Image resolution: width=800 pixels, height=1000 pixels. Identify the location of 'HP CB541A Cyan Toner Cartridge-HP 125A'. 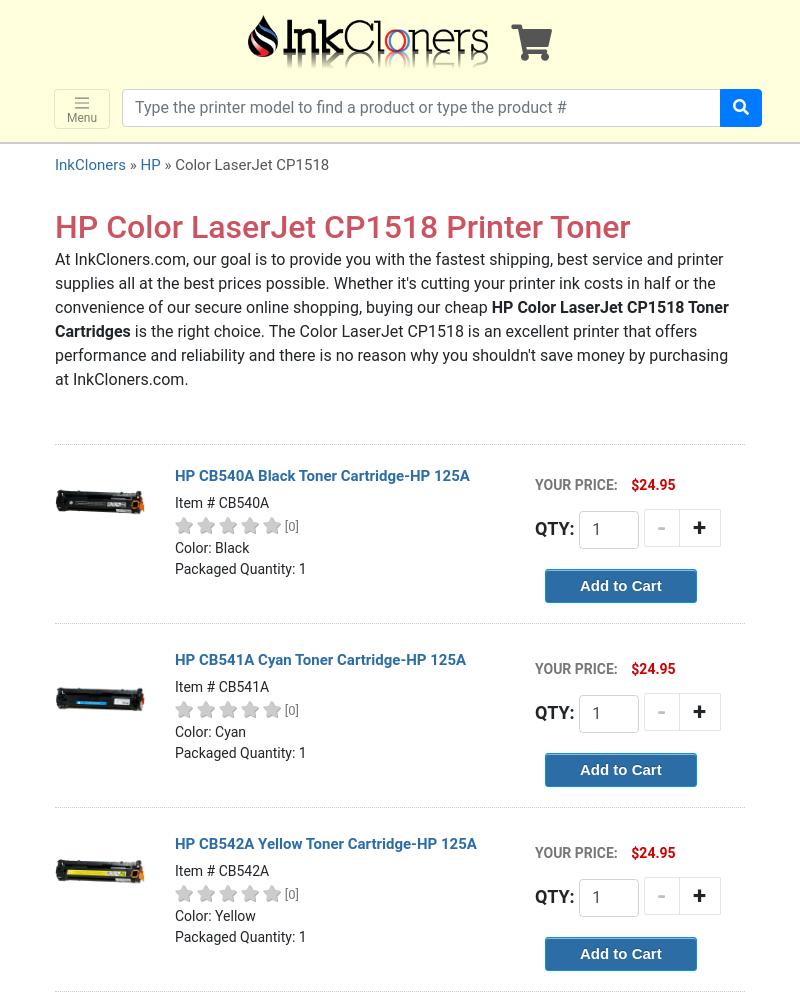
(319, 660).